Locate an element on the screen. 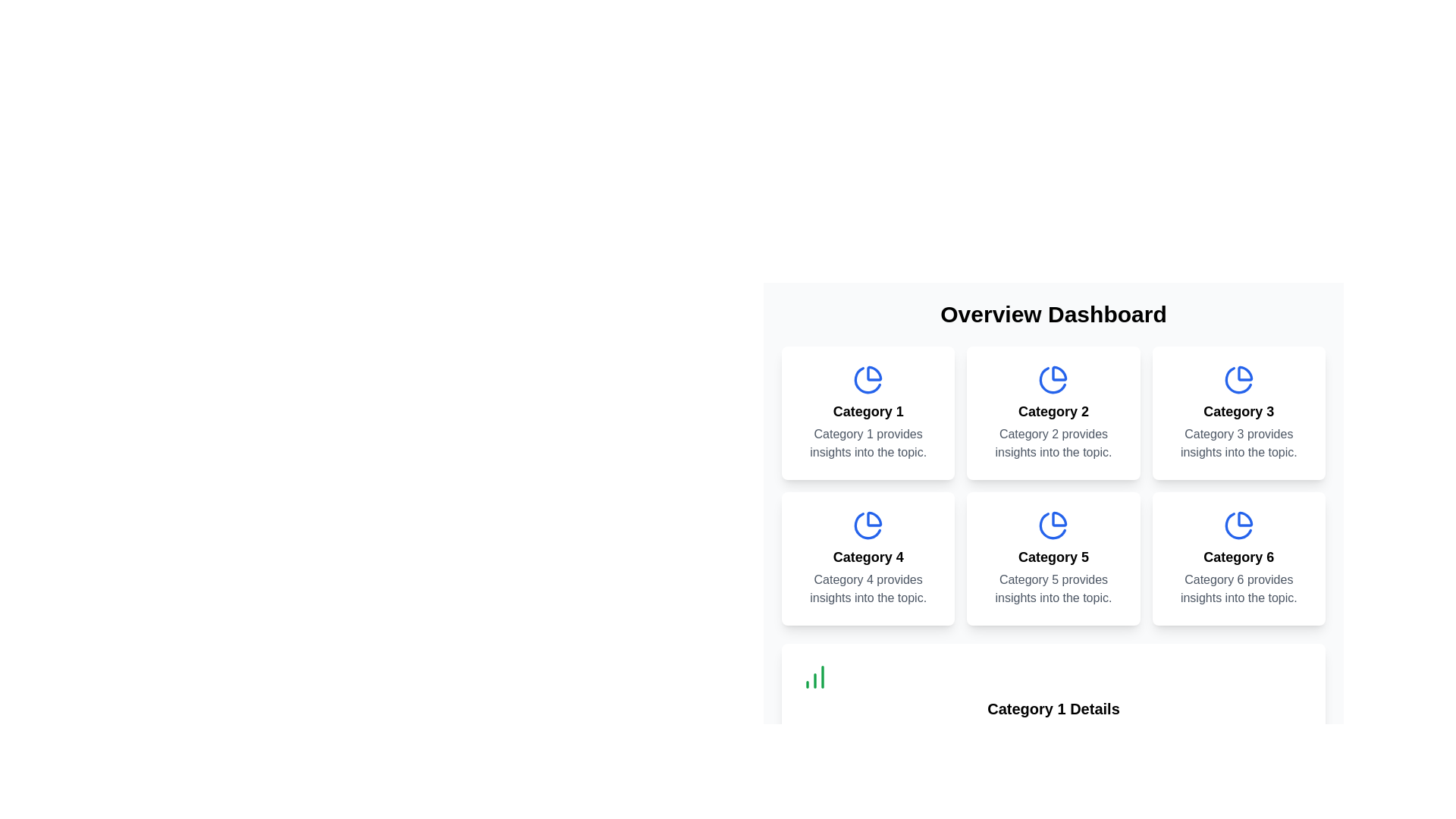 This screenshot has width=1456, height=819. the title text label for the card labeled 'Category 4' in the second row and first column of the grid is located at coordinates (868, 557).